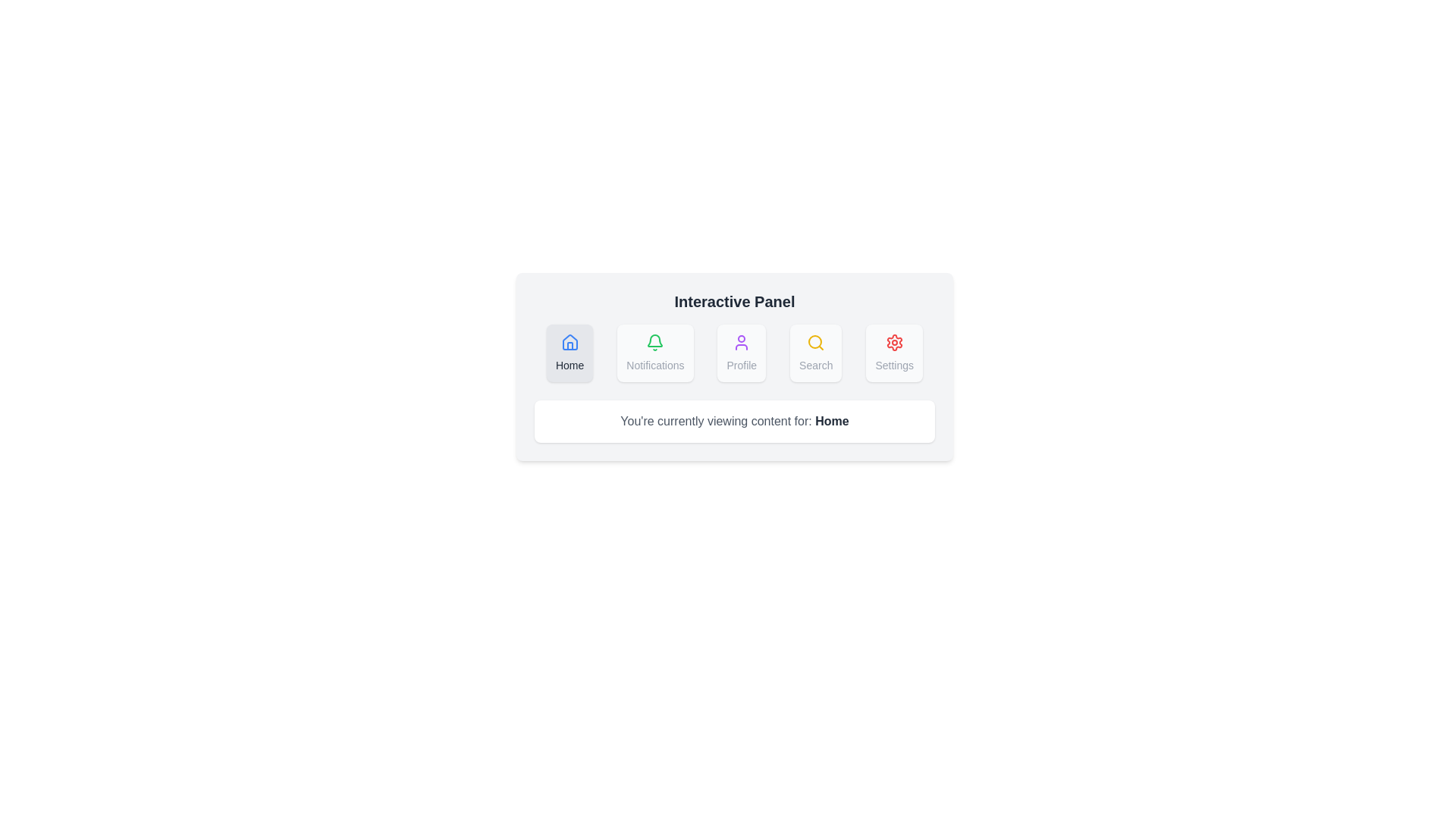 The height and width of the screenshot is (819, 1456). I want to click on 'Notifications' text label located within the interactive panel, which is the second element from the left and is styled in a small font with medium weight, so click(655, 366).